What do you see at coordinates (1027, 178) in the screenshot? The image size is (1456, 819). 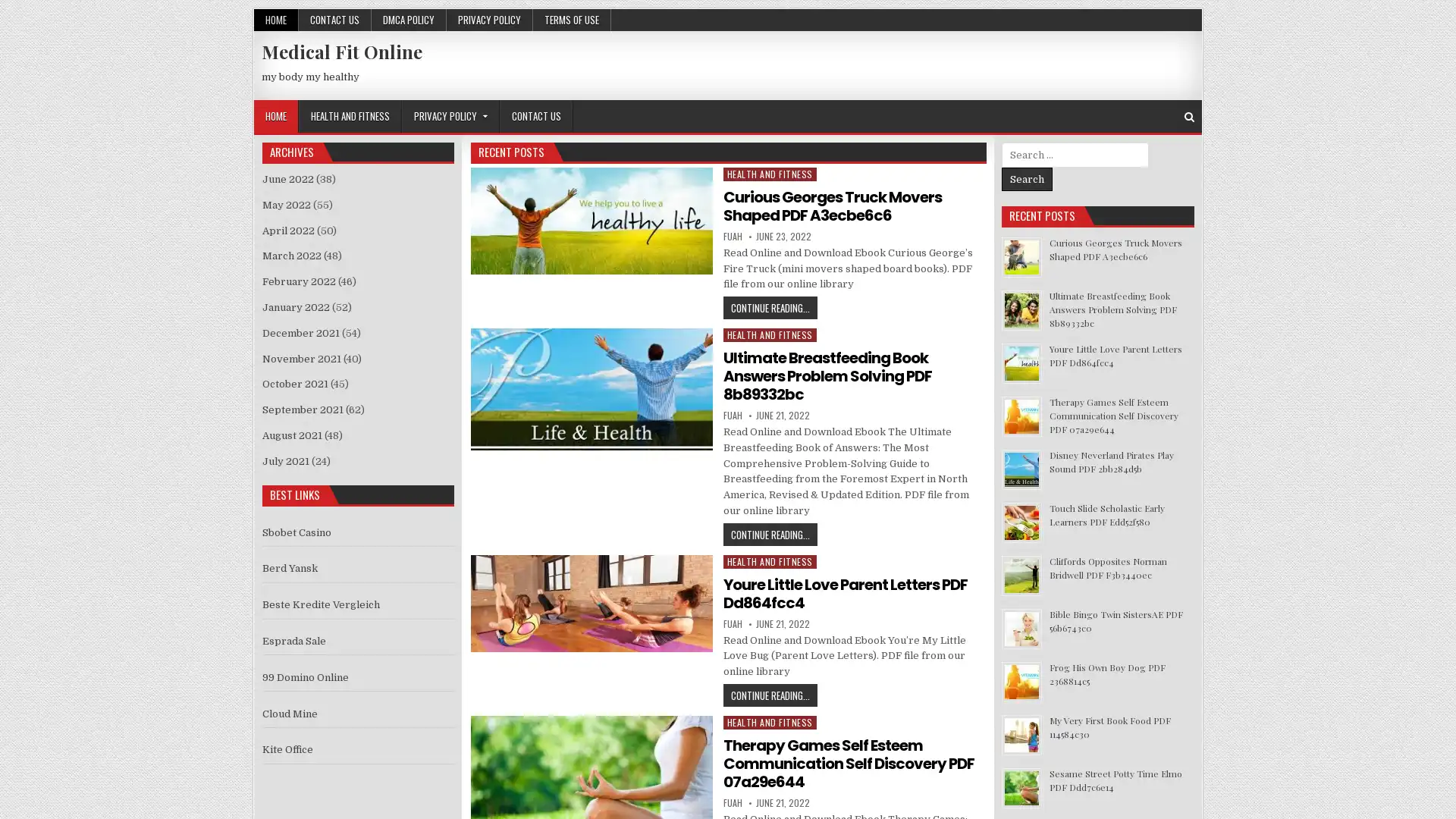 I see `Search` at bounding box center [1027, 178].